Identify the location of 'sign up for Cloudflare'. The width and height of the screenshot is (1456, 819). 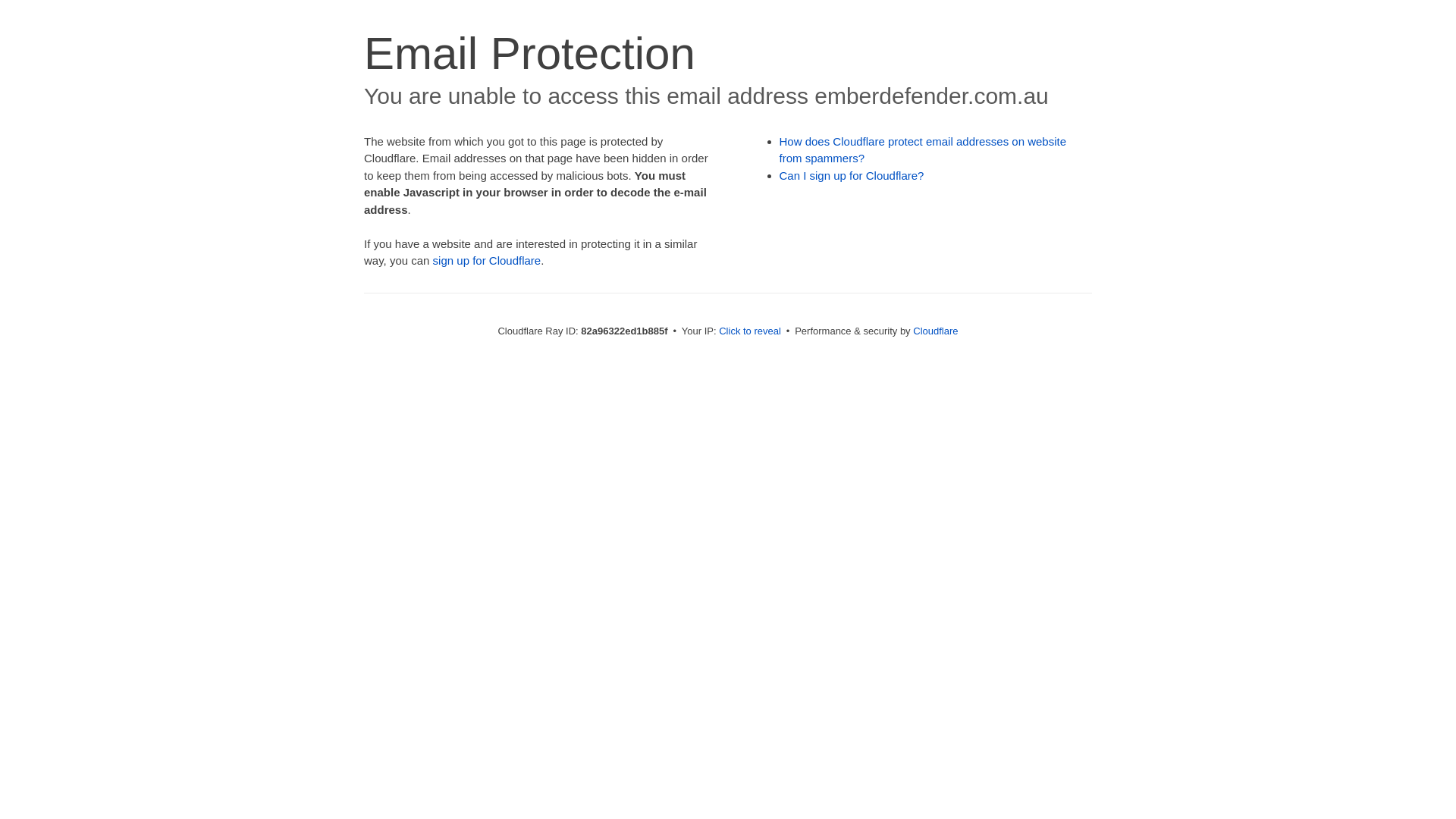
(487, 259).